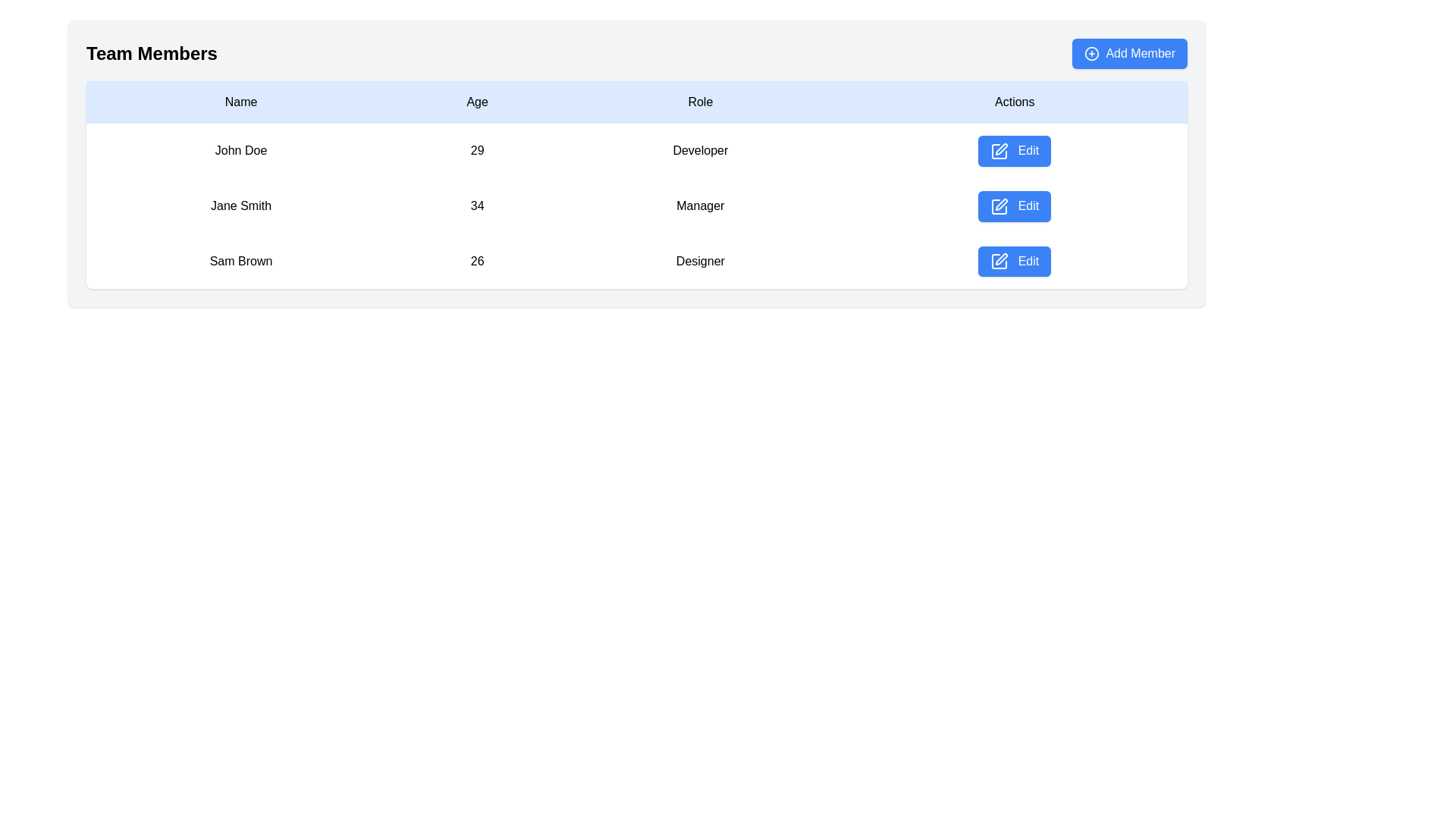 The image size is (1456, 819). Describe the element at coordinates (1015, 102) in the screenshot. I see `the text label 'Actions' in the fourth column header of the table, which is styled with medium weight typography on a light blue background` at that location.